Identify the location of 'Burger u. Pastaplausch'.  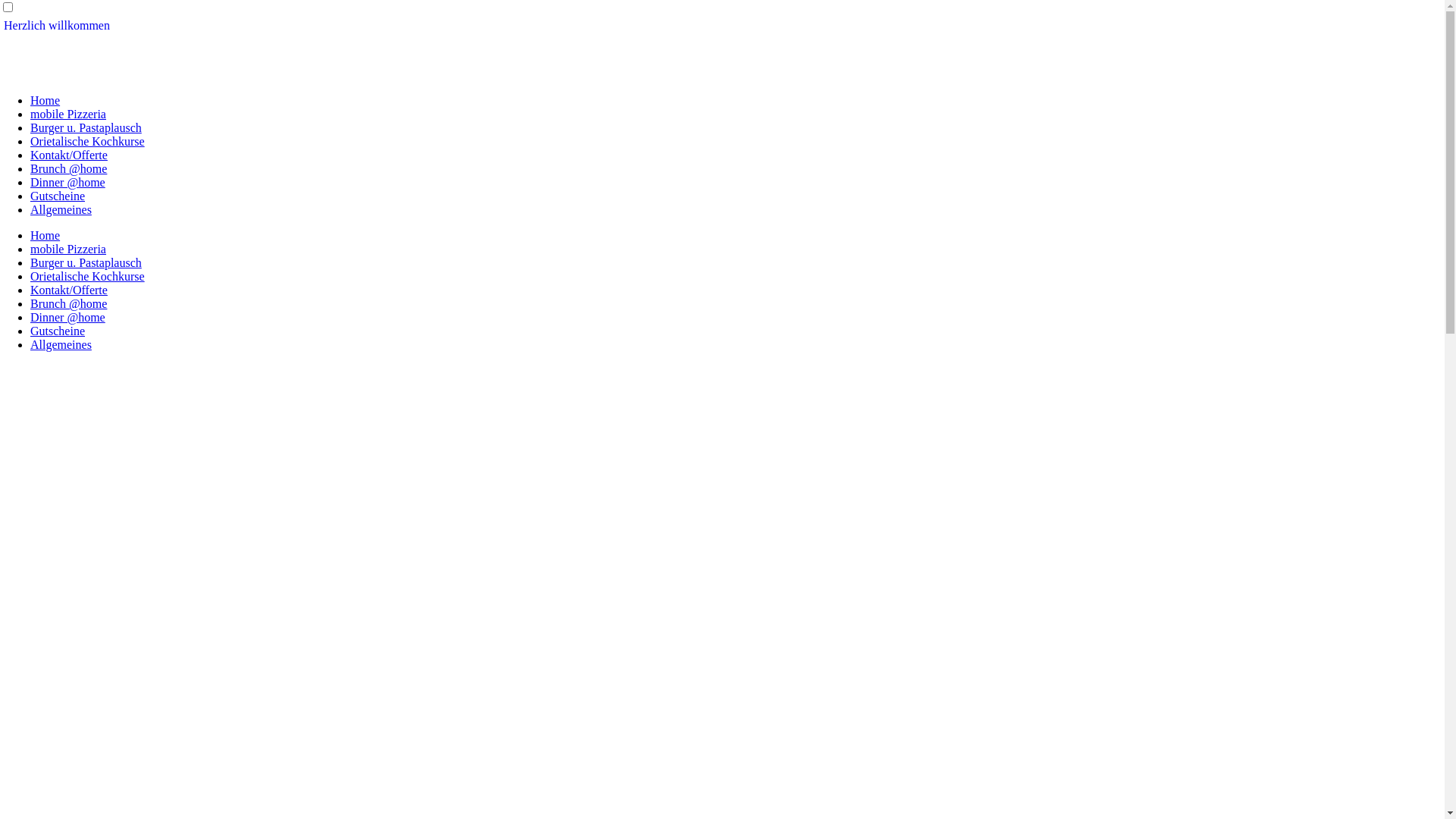
(85, 262).